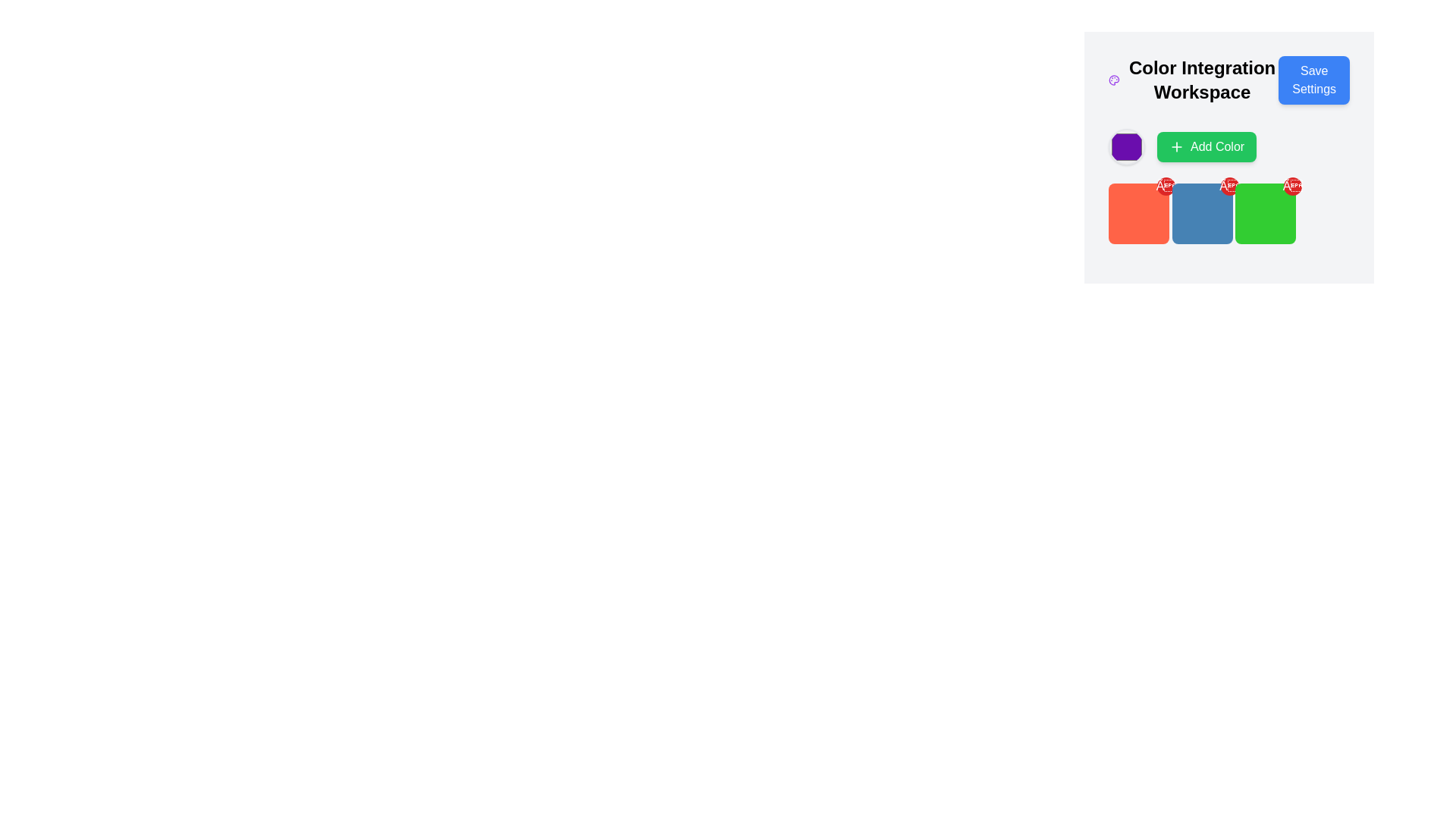  What do you see at coordinates (1114, 80) in the screenshot?
I see `the small, purple-colored palette icon located at the top-left of the 'Color Integration Workspace' section, next to the title text and adjacent to the blue 'Save Settings' button` at bounding box center [1114, 80].